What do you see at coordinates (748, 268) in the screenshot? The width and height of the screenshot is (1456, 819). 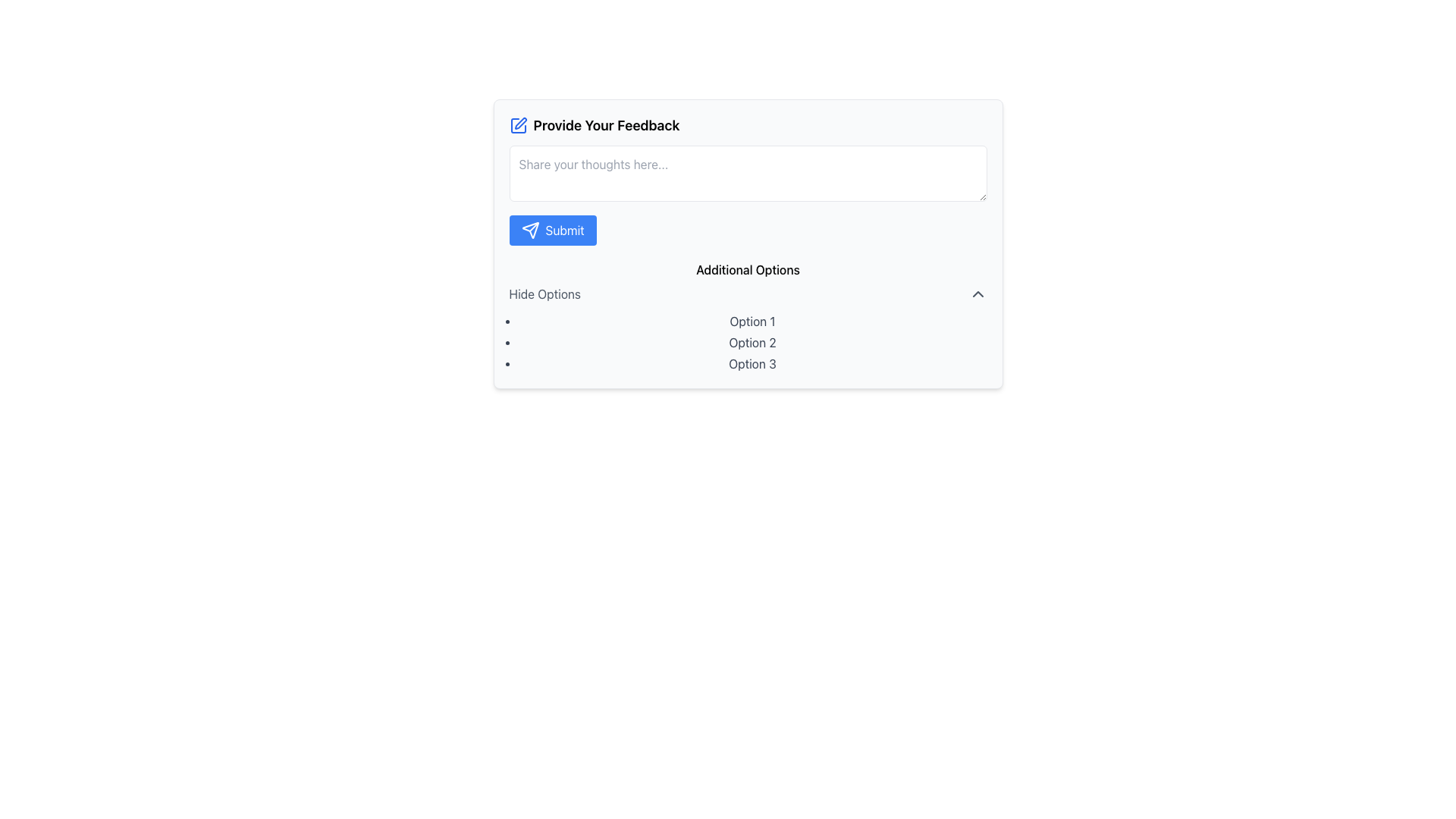 I see `the static text label or heading that serves as an informational title for the options listed below, positioned above the 'Hide Options' text` at bounding box center [748, 268].